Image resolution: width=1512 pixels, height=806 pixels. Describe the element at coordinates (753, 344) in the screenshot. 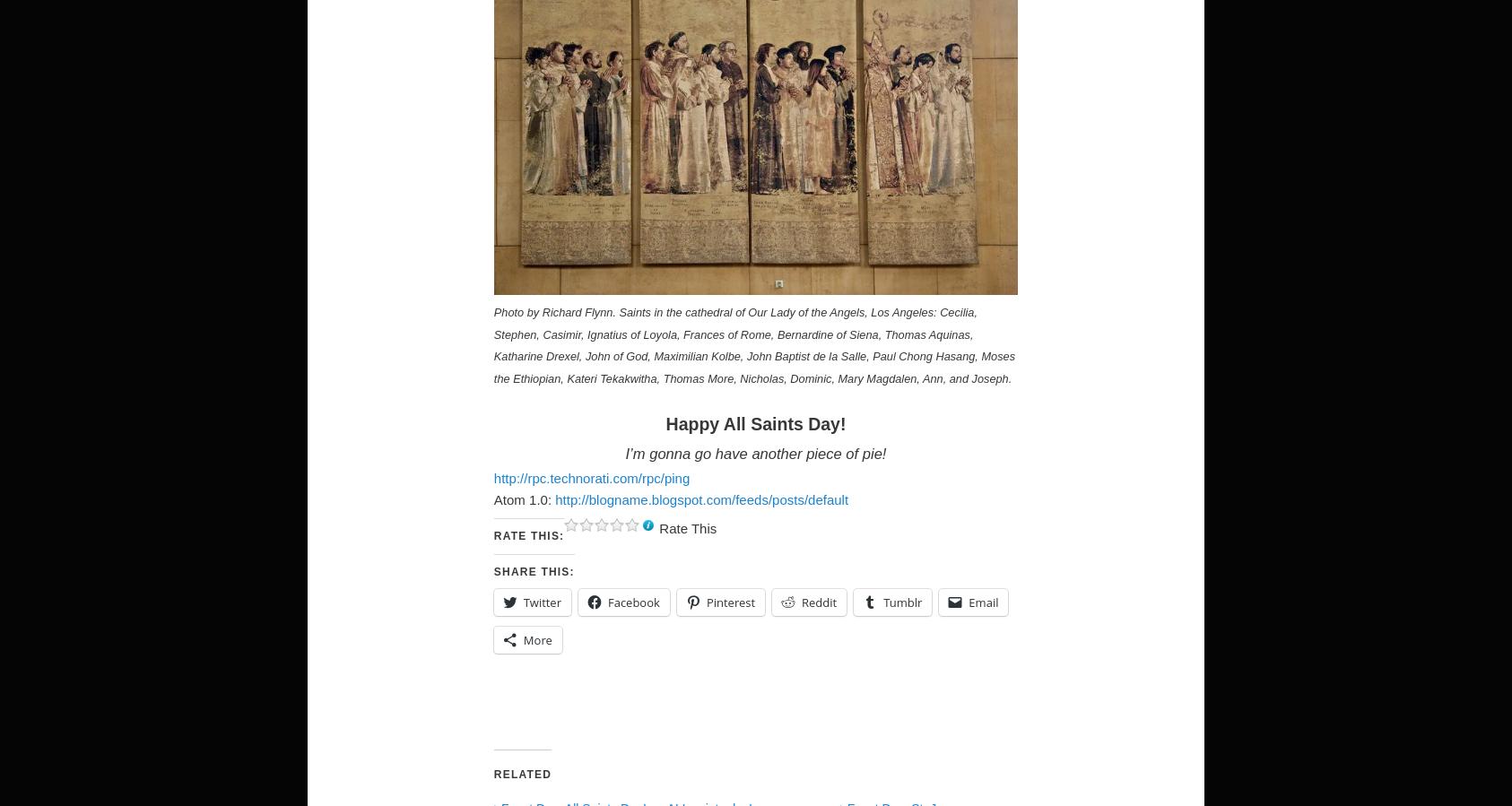

I see `'Photo by Richard Flynn. Saints in the cathedral of Our Lady of the Angels, Los Angeles: Cecilia, Stephen, Casimir, Ignatius of Loyola, Frances of Rome, Bernardine of Siena, Thomas Aquinas, Katharine Drexel, John of God, Maximilian Kolbe, John Baptist de la Salle, Paul Chong Hasang, Moses the Ethiopian, Kateri Tekakwitha, Thomas More, Nicholas, Dominic, Mary Magdalen, Ann, and Joseph.'` at that location.